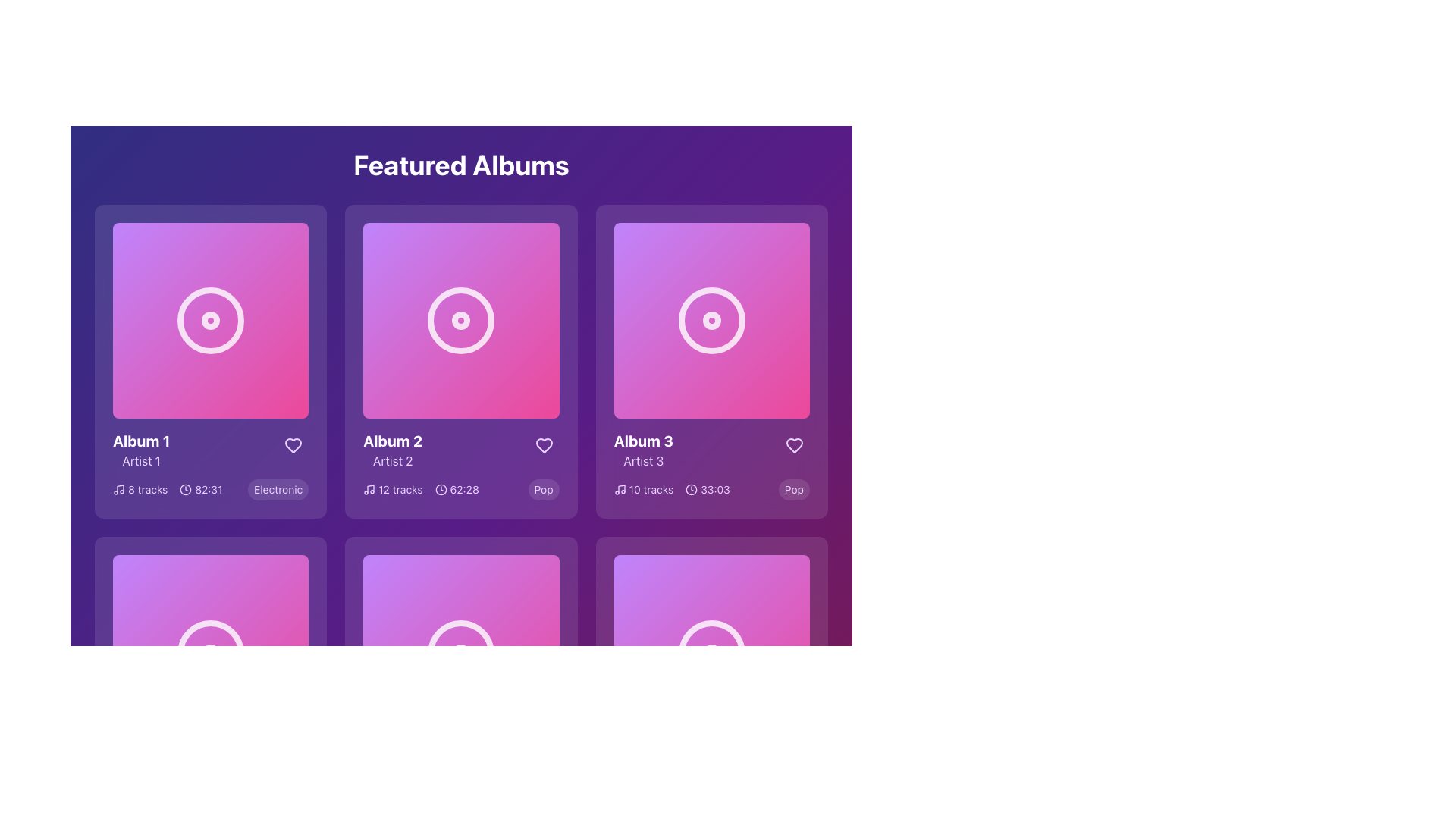 The width and height of the screenshot is (1456, 819). What do you see at coordinates (393, 441) in the screenshot?
I see `the album title text label located in the first row of the second column of the album grid` at bounding box center [393, 441].